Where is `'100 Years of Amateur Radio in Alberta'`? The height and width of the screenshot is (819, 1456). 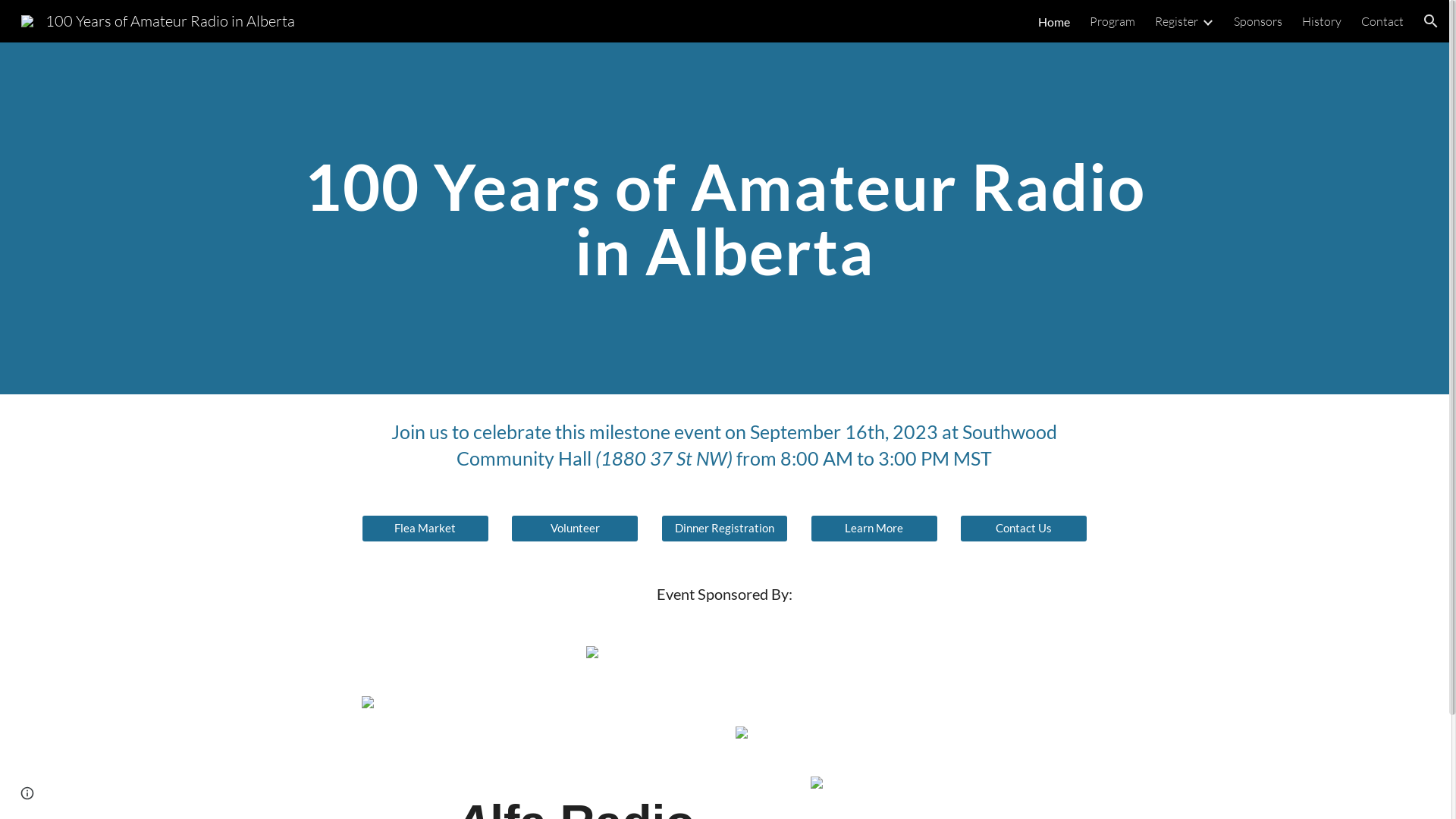 '100 Years of Amateur Radio in Alberta' is located at coordinates (158, 19).